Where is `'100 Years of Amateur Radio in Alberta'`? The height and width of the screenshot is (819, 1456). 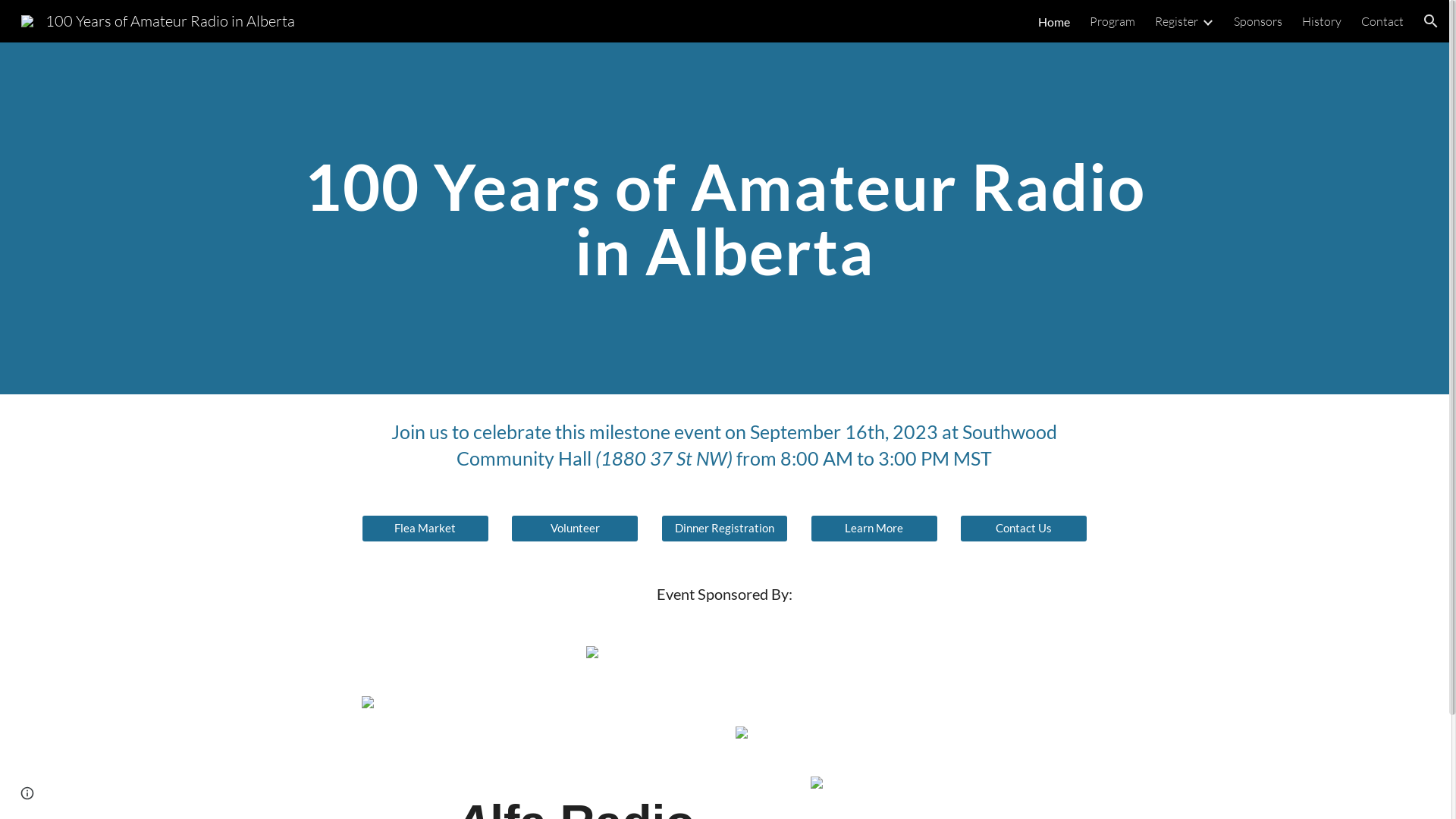 '100 Years of Amateur Radio in Alberta' is located at coordinates (158, 19).